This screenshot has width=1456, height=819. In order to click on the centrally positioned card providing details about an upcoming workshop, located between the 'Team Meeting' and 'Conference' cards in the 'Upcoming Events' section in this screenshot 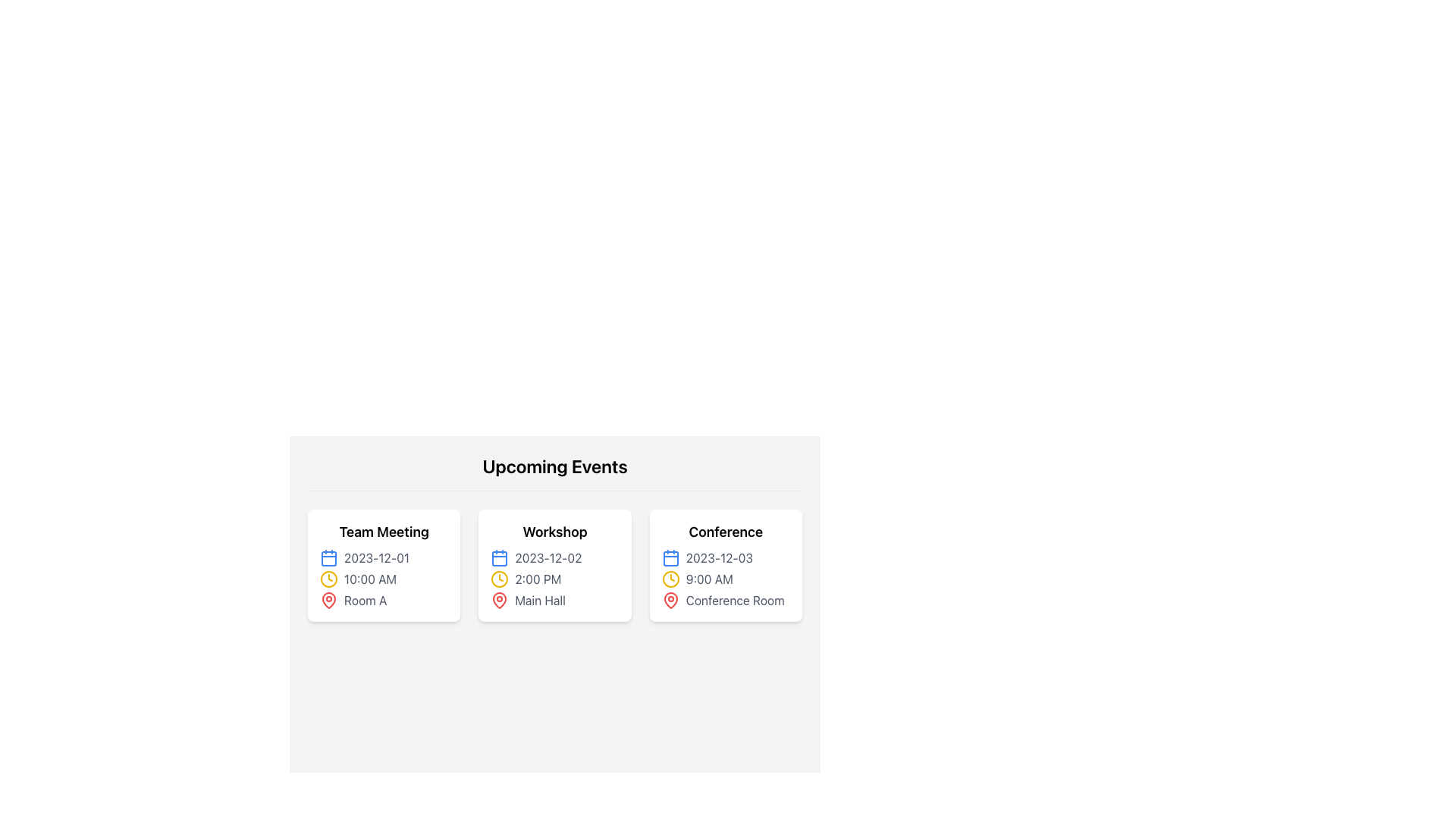, I will do `click(554, 565)`.